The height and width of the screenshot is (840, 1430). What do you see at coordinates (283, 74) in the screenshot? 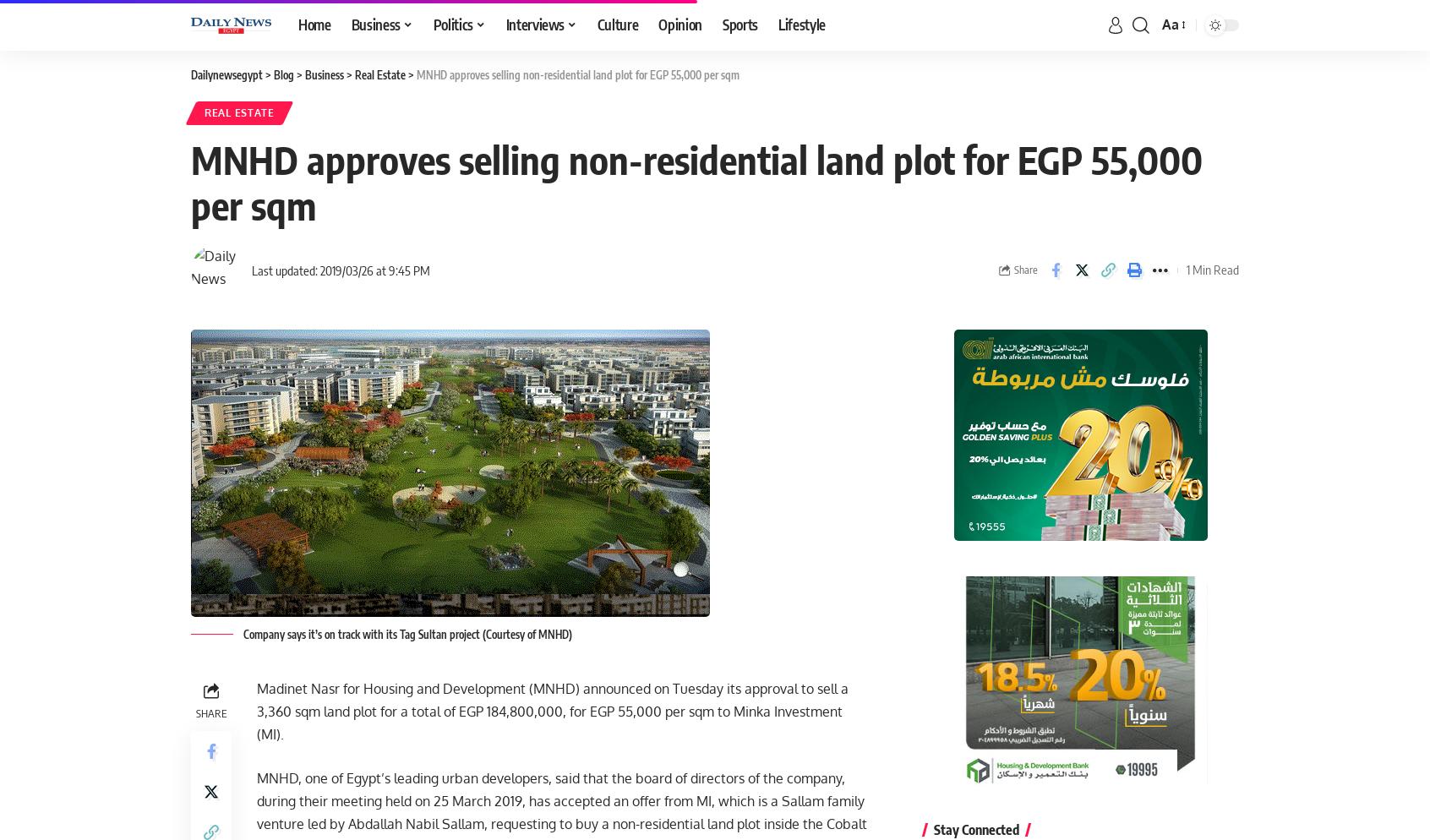
I see `'Blog'` at bounding box center [283, 74].